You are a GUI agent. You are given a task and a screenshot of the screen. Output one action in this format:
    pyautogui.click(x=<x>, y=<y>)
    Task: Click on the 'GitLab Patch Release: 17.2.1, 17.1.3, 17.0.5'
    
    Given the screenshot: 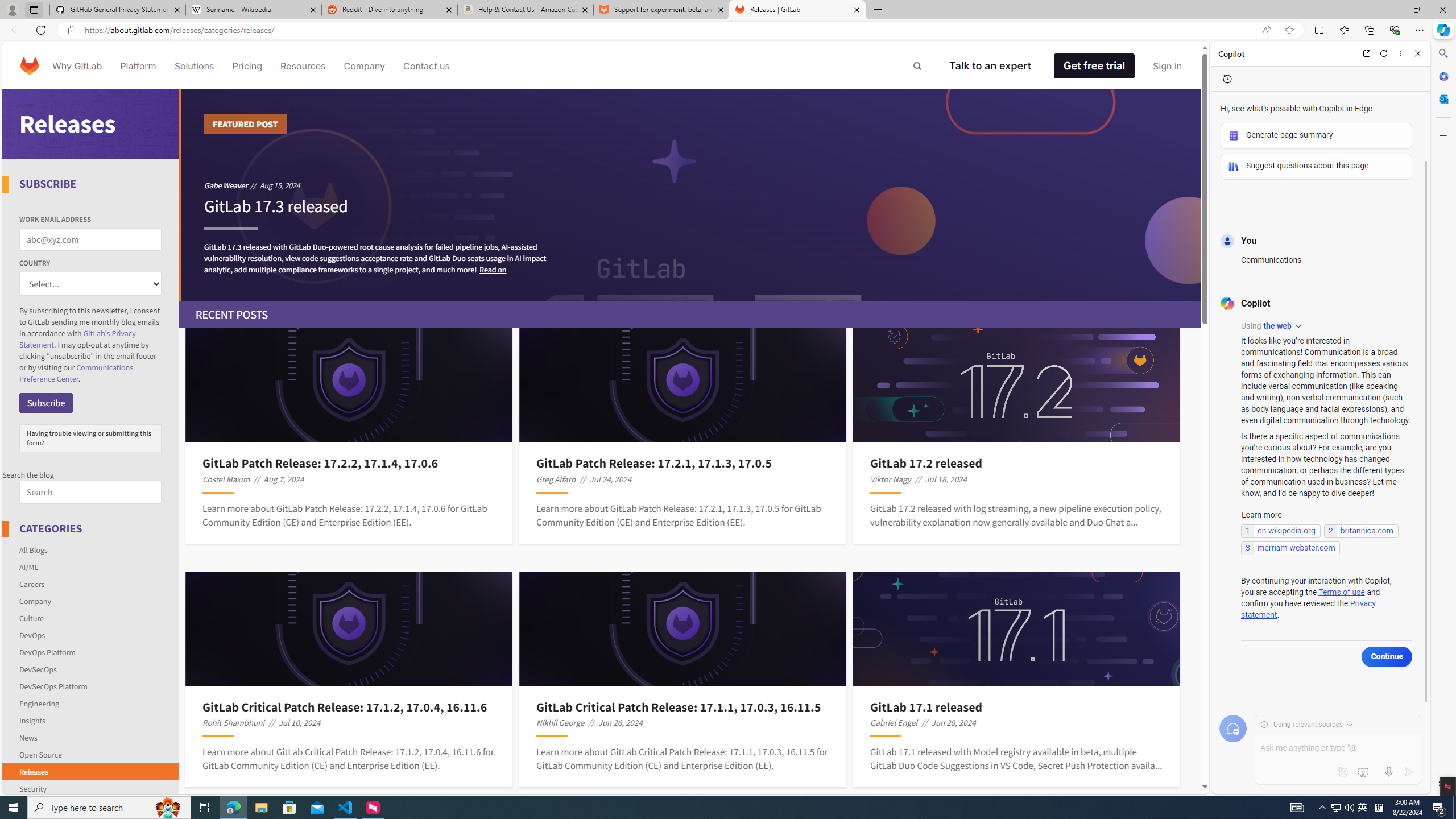 What is the action you would take?
    pyautogui.click(x=682, y=464)
    